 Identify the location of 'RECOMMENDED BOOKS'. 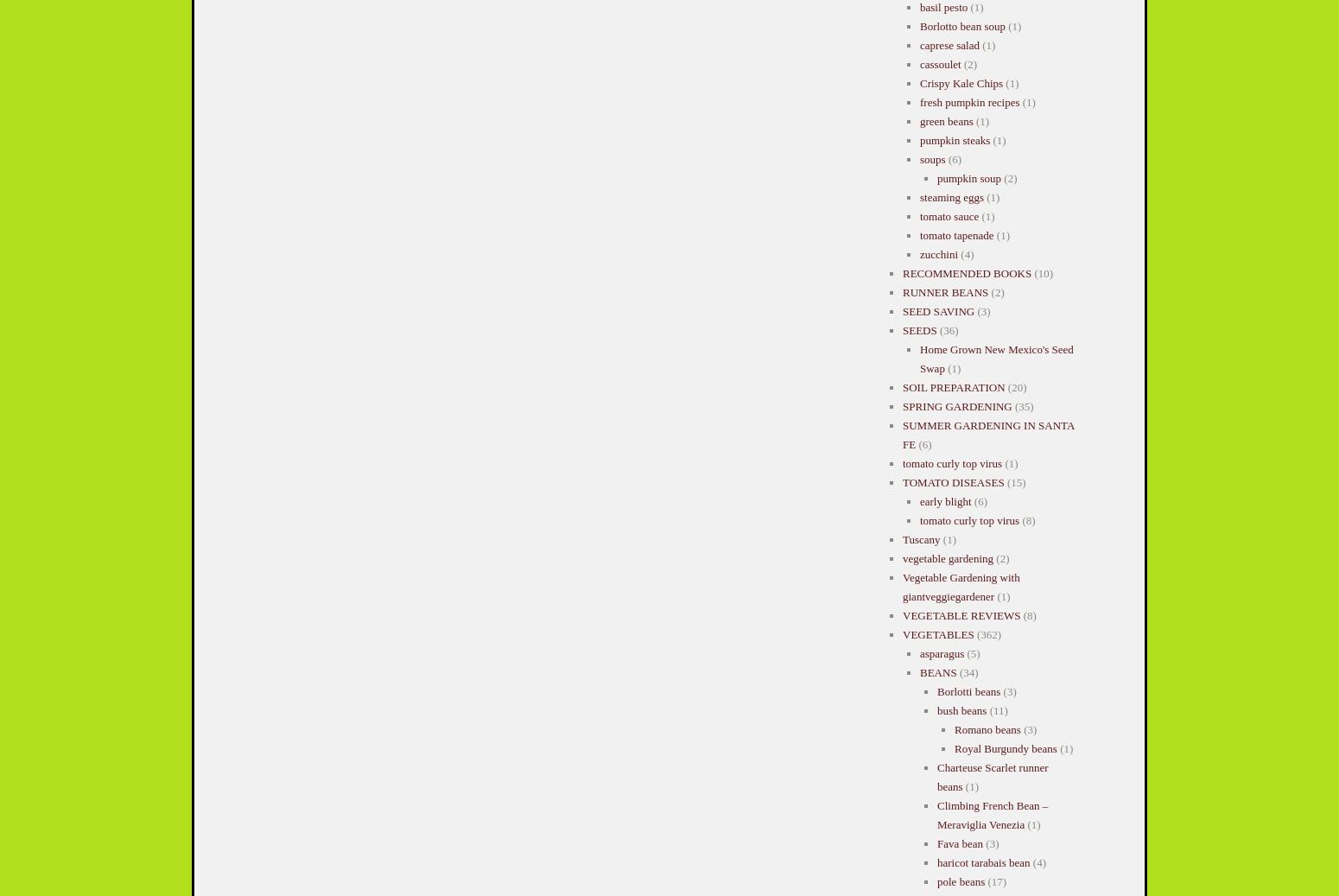
(966, 272).